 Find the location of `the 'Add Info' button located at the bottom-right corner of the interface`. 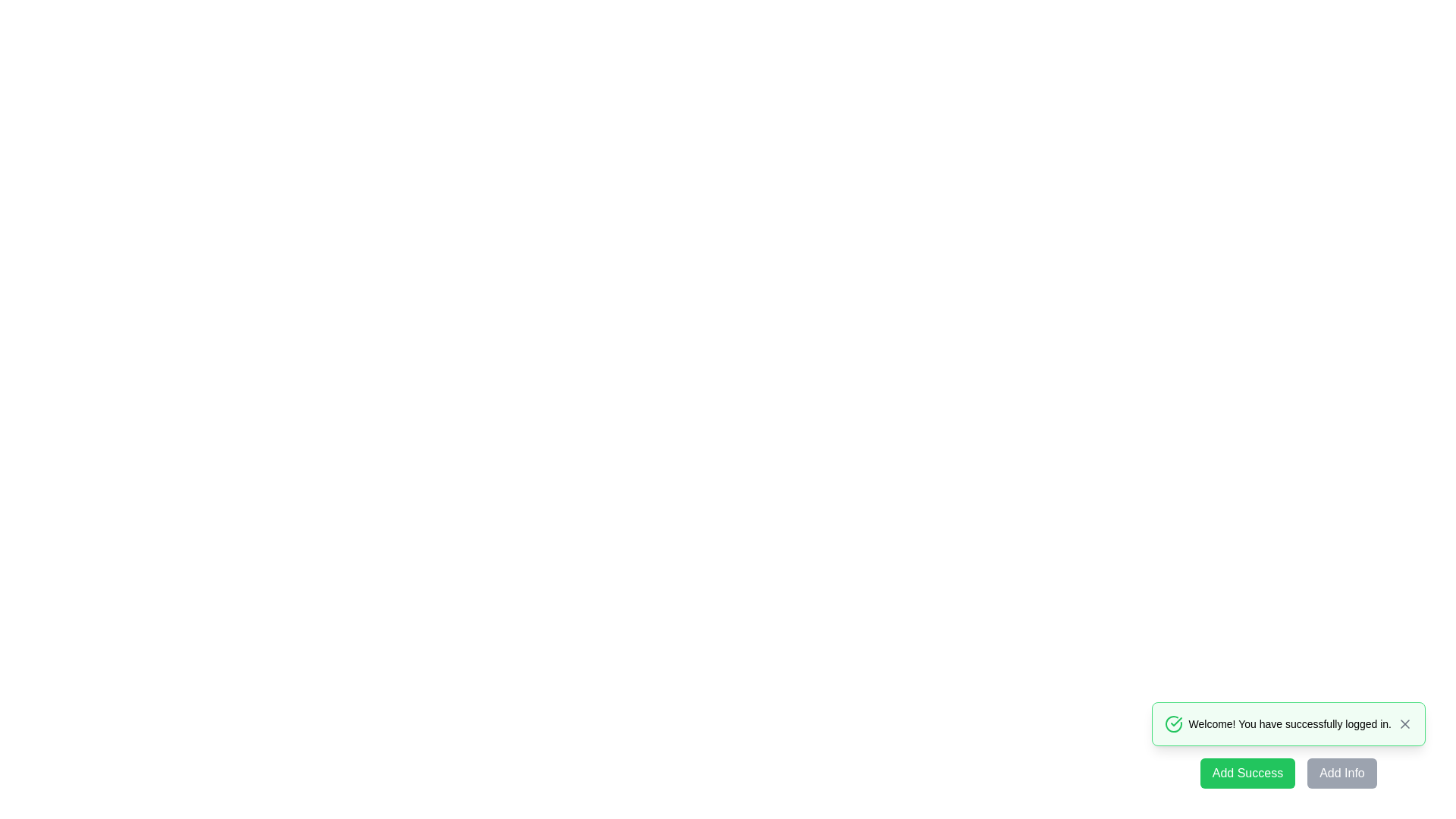

the 'Add Info' button located at the bottom-right corner of the interface is located at coordinates (1342, 773).